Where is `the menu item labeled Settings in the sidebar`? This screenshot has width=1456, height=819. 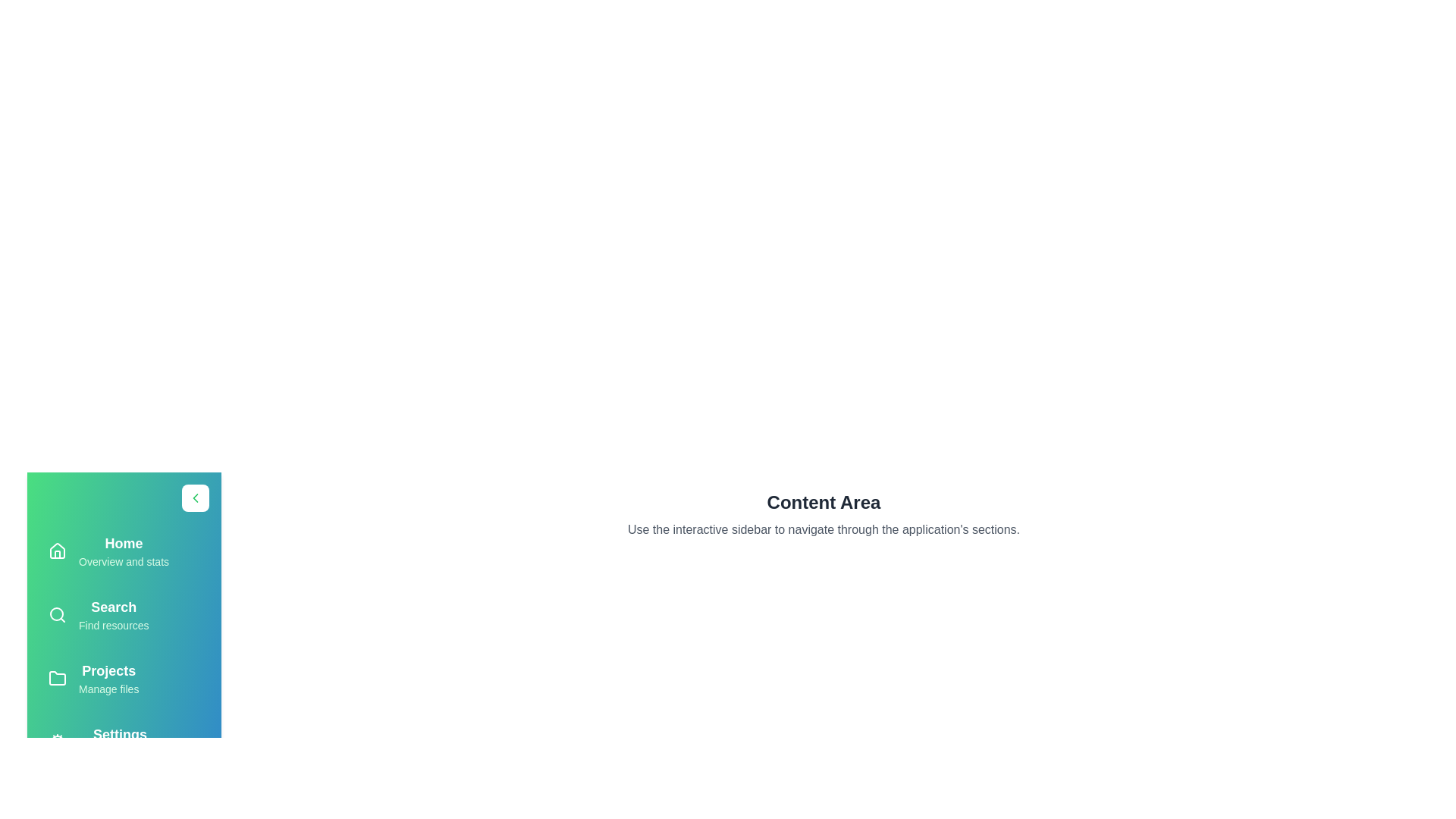
the menu item labeled Settings in the sidebar is located at coordinates (124, 742).